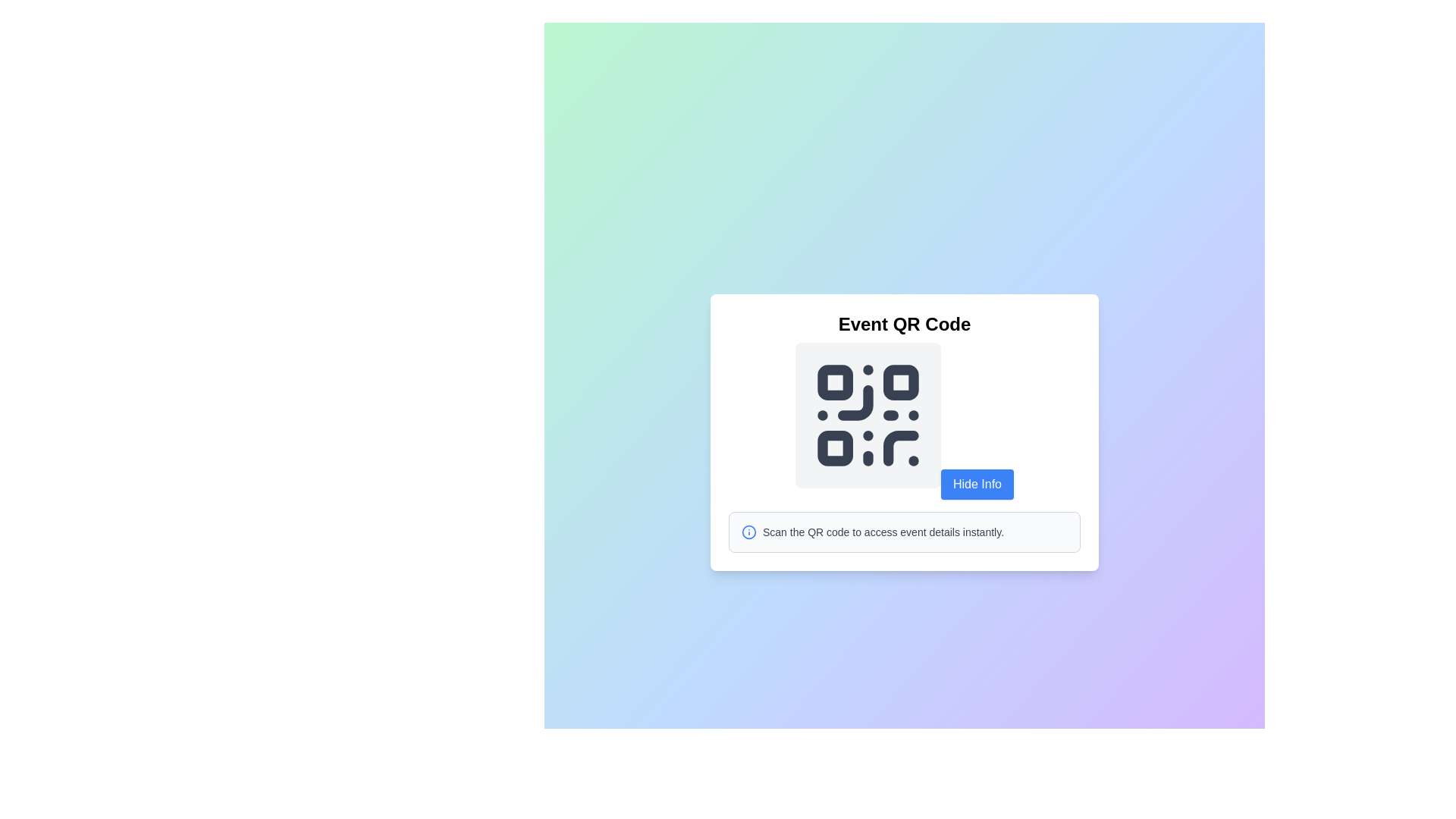 The width and height of the screenshot is (1456, 819). Describe the element at coordinates (834, 381) in the screenshot. I see `the Graphical QR code module located in the top-left corner of the QR code design matrix` at that location.